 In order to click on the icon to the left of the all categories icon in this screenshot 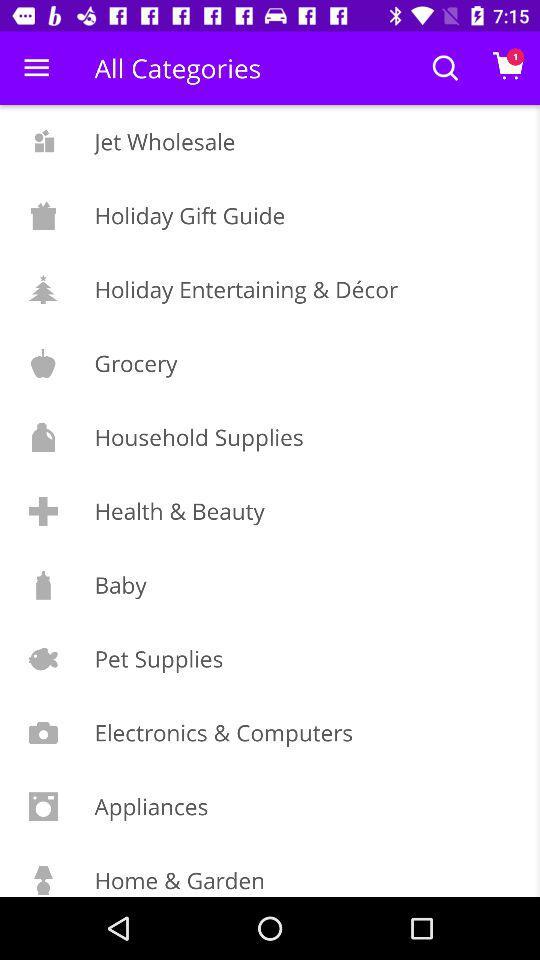, I will do `click(36, 68)`.